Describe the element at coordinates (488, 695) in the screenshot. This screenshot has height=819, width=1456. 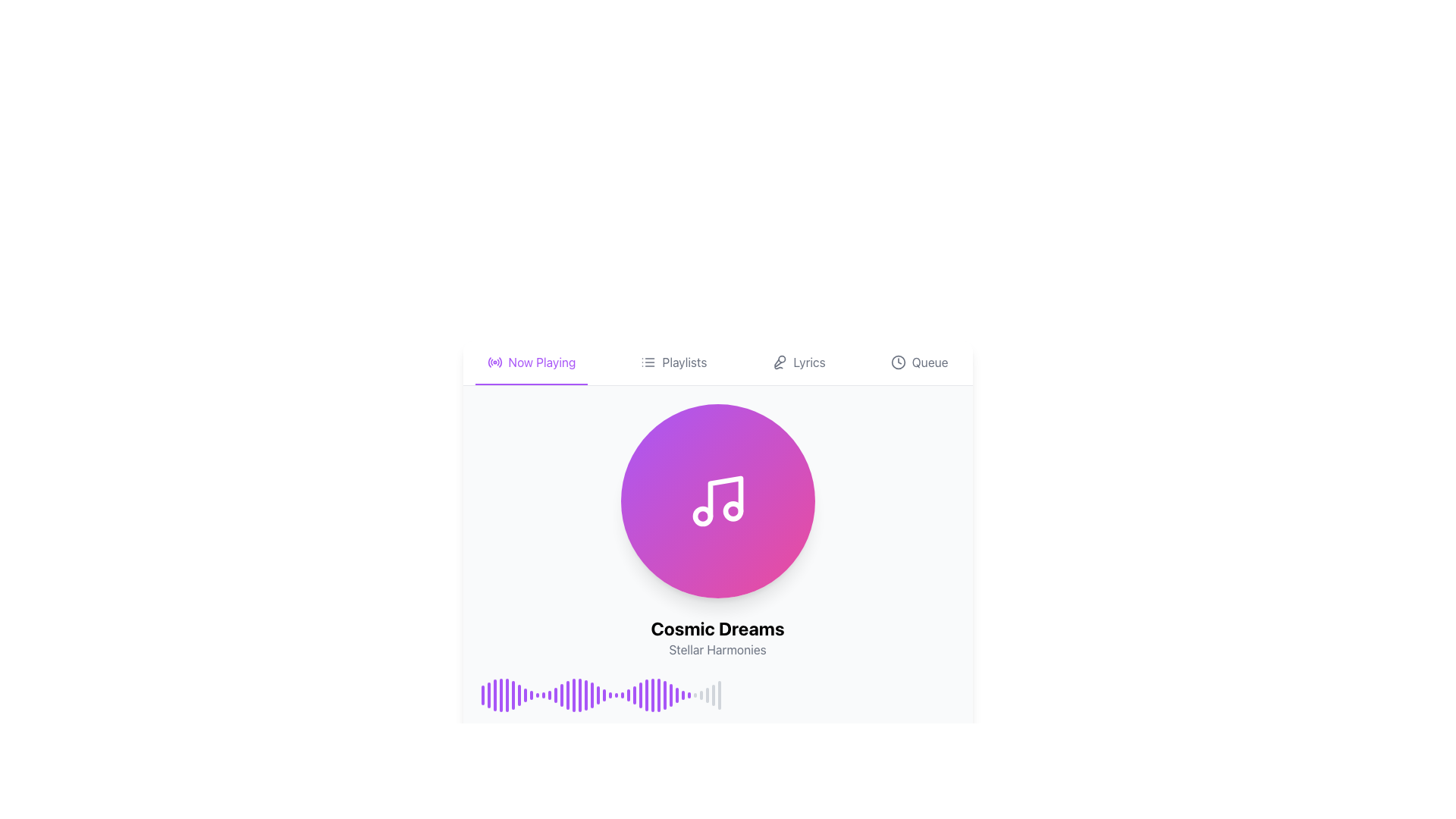
I see `the second vertical bar in the row of multiple bars situated below a circular icon and centered text` at that location.